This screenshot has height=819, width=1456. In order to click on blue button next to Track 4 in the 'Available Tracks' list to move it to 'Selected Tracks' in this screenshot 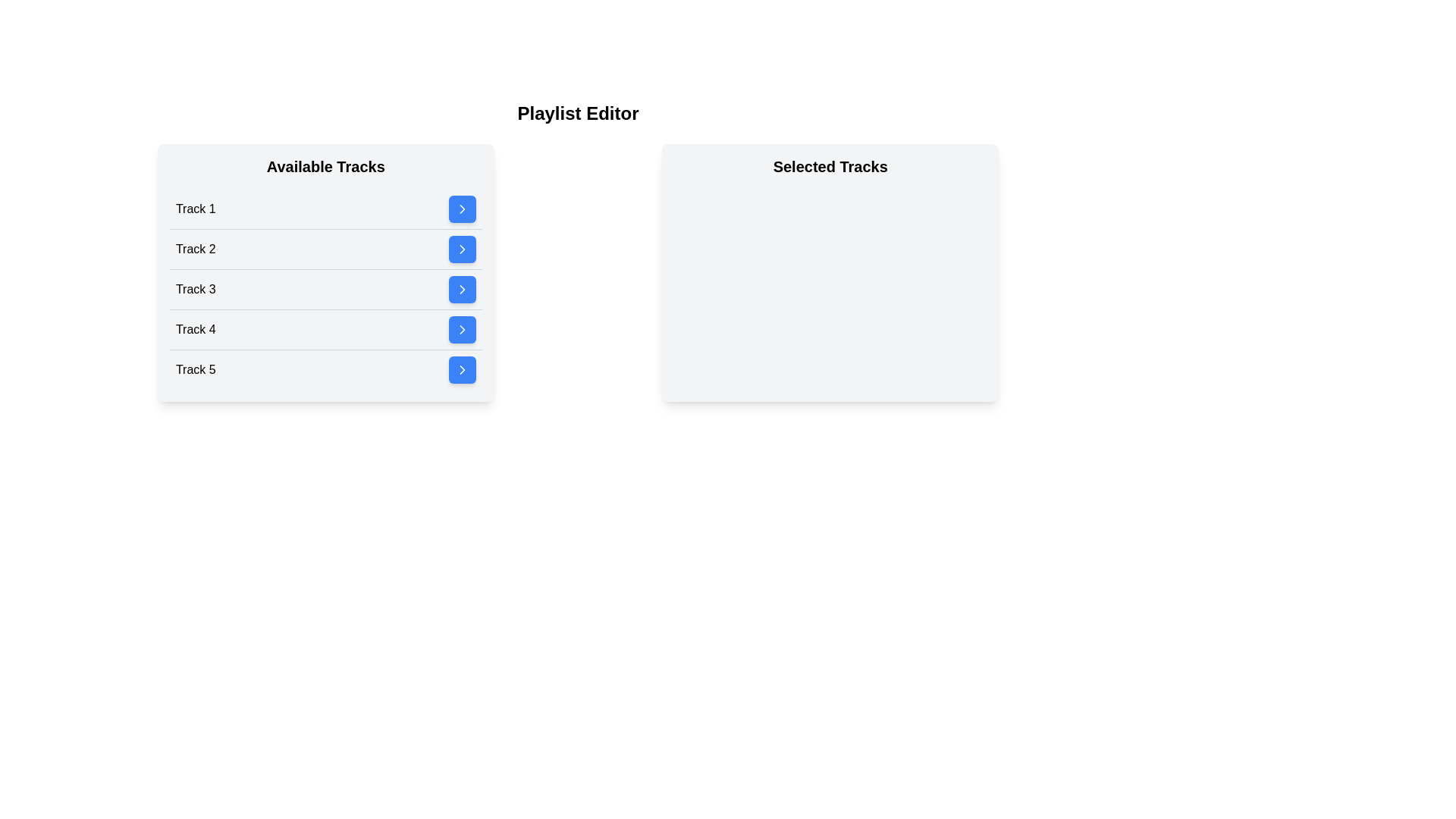, I will do `click(461, 329)`.